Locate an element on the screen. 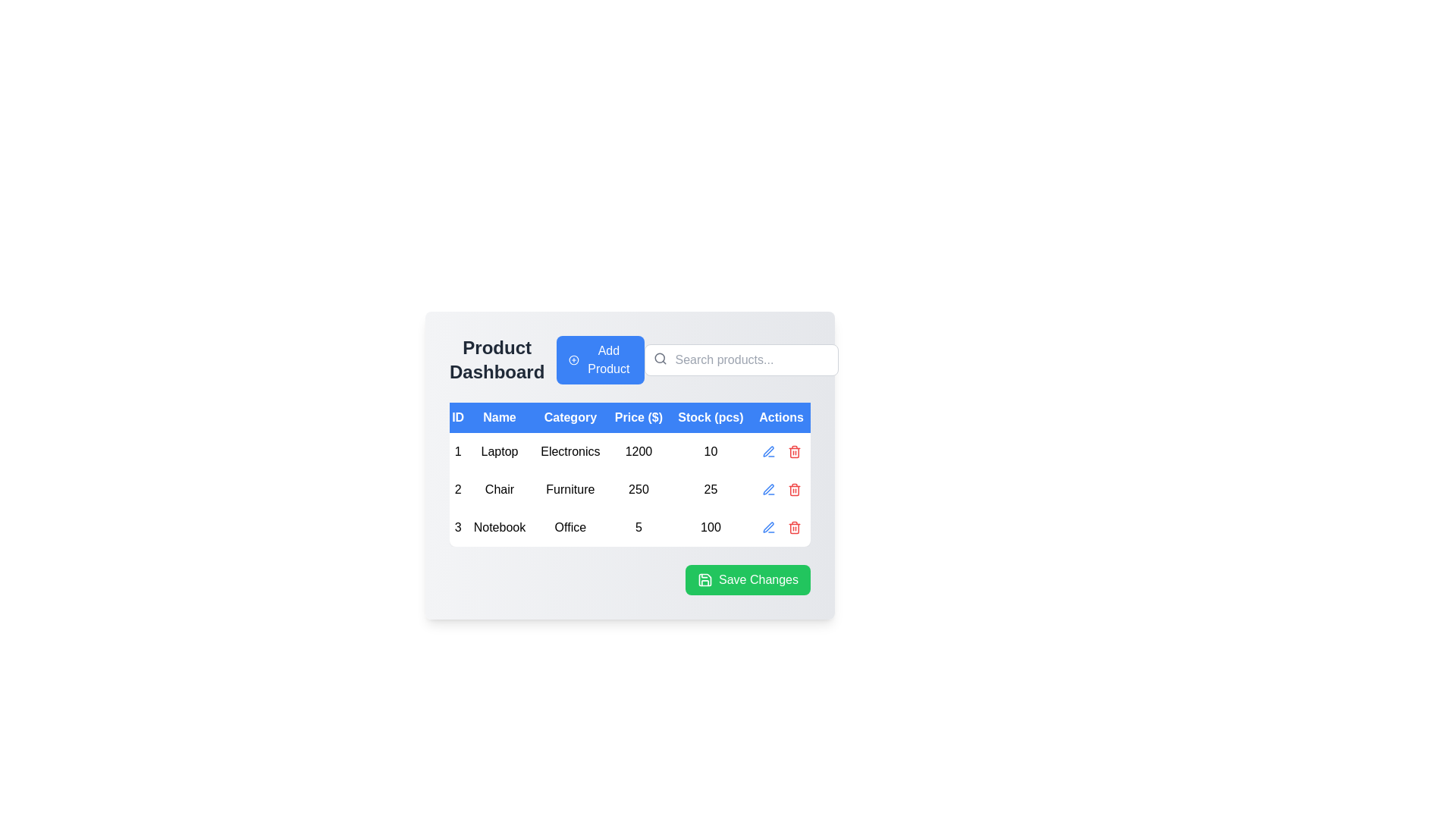 The width and height of the screenshot is (1456, 819). the 'Notebook' text display in the second column of the third row of the table, which is situated between '3' and 'Office' is located at coordinates (499, 526).